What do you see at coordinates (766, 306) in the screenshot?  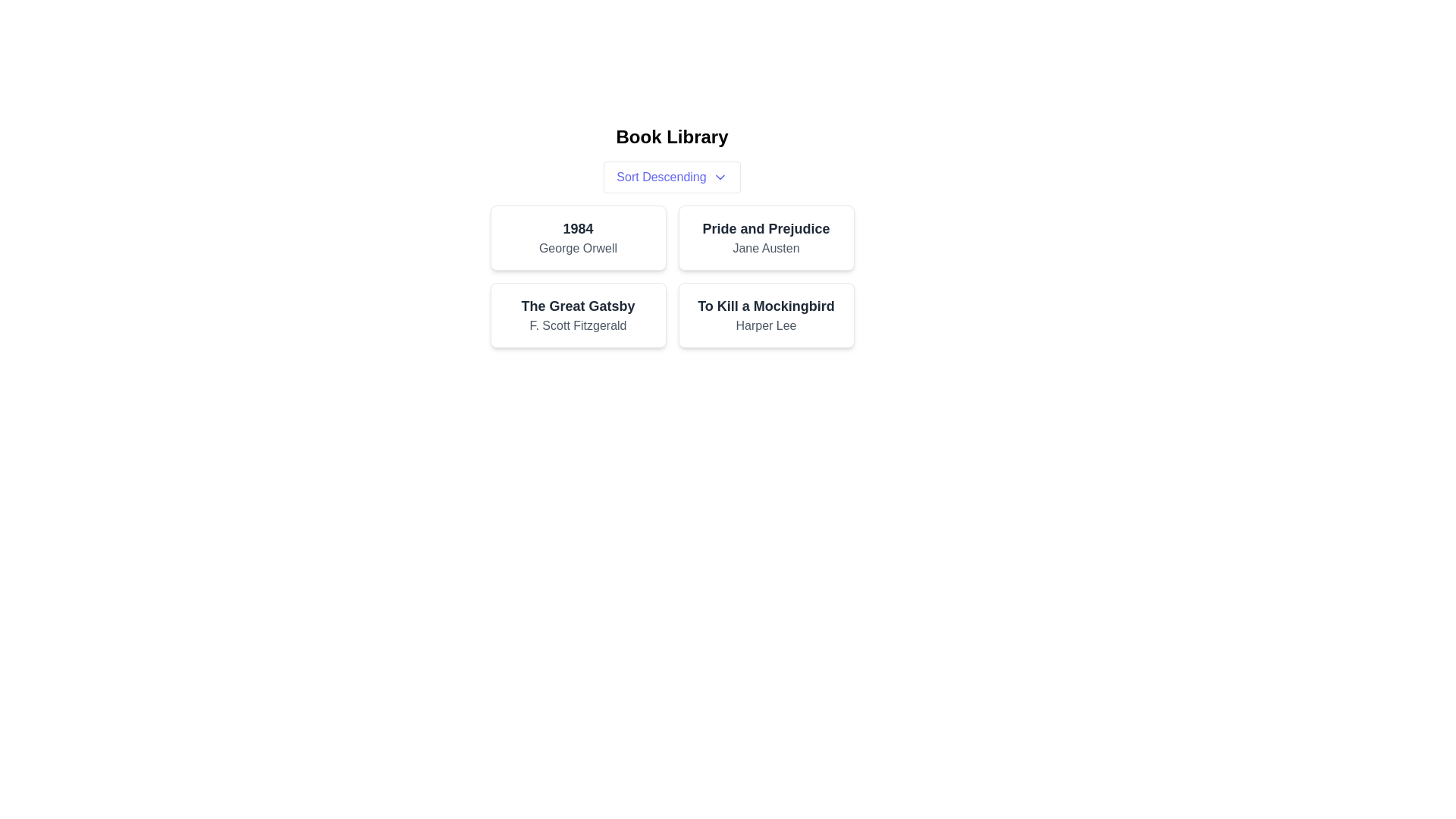 I see `the text label displaying 'To Kill a Mockingbird', which is prominently styled in dark gray and located in the lower right card under the 'Book Library' heading` at bounding box center [766, 306].